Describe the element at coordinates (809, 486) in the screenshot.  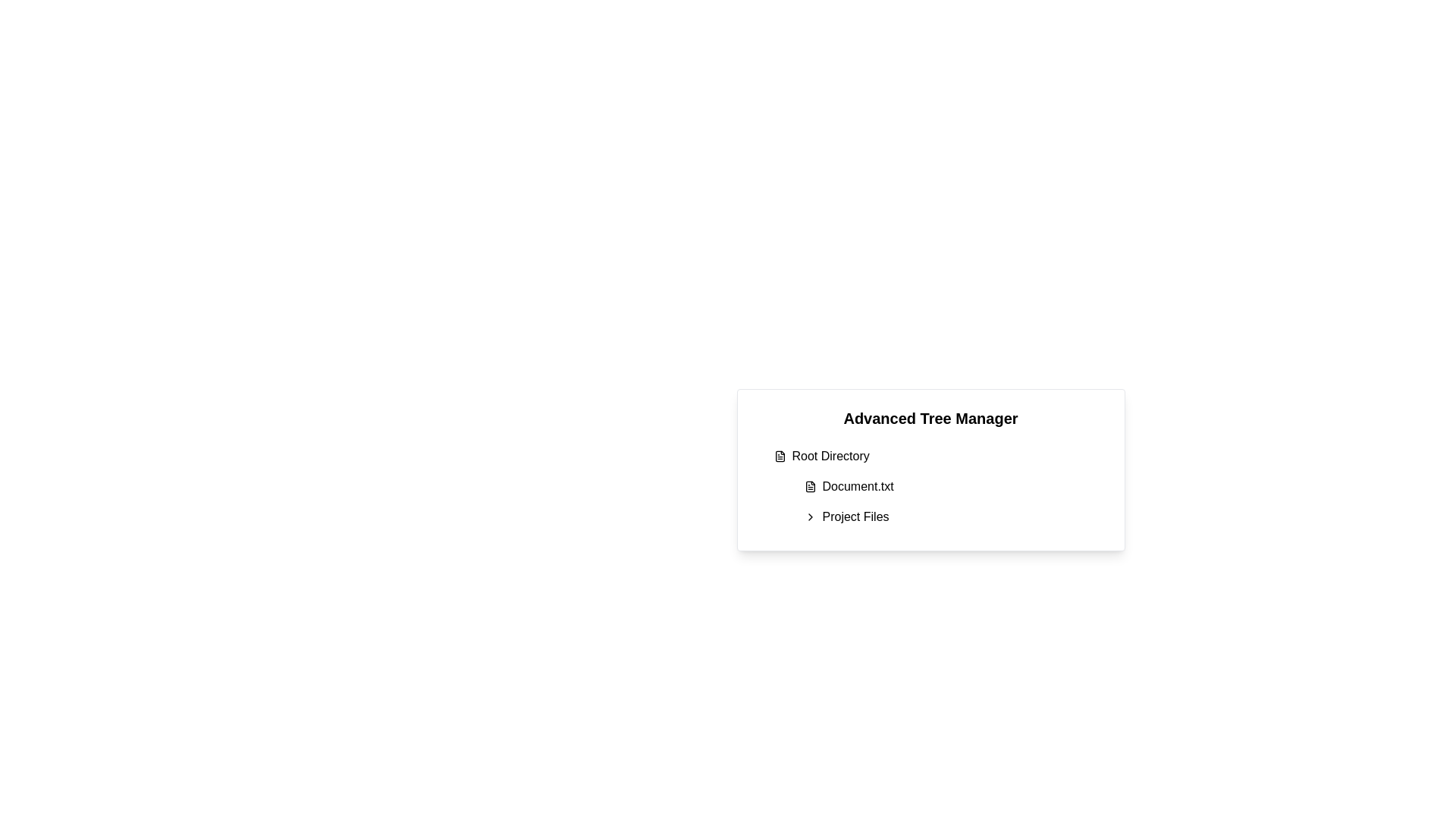
I see `the file icon representing 'Document.txt' by focusing on its visual representation in the interface` at that location.